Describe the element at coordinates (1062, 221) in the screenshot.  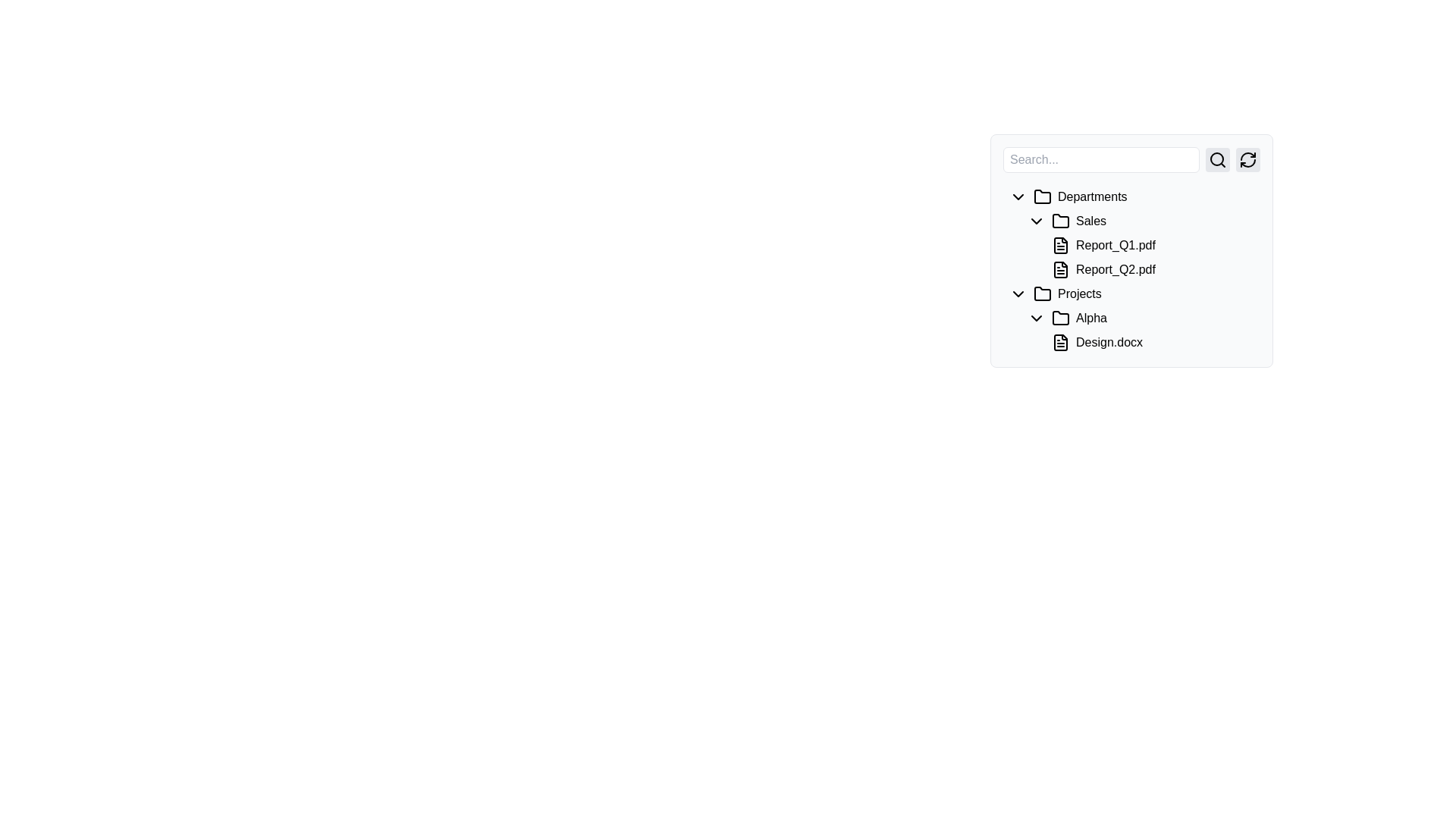
I see `the folder icon, which is located next to the 'Sales' label in the file navigator interface. The icon features a black outline and a minimalist design, representing a folder` at that location.